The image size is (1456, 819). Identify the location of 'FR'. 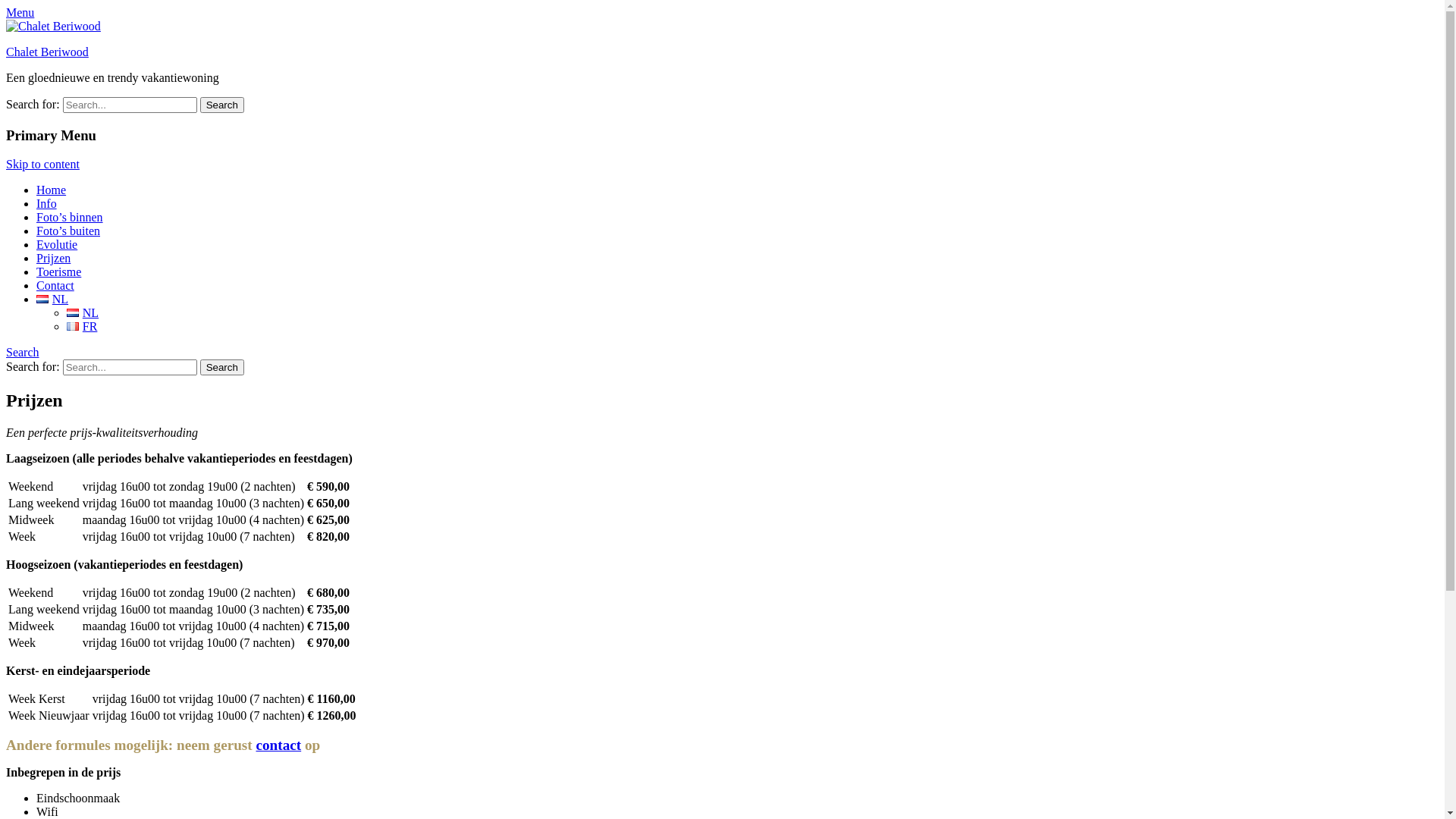
(72, 325).